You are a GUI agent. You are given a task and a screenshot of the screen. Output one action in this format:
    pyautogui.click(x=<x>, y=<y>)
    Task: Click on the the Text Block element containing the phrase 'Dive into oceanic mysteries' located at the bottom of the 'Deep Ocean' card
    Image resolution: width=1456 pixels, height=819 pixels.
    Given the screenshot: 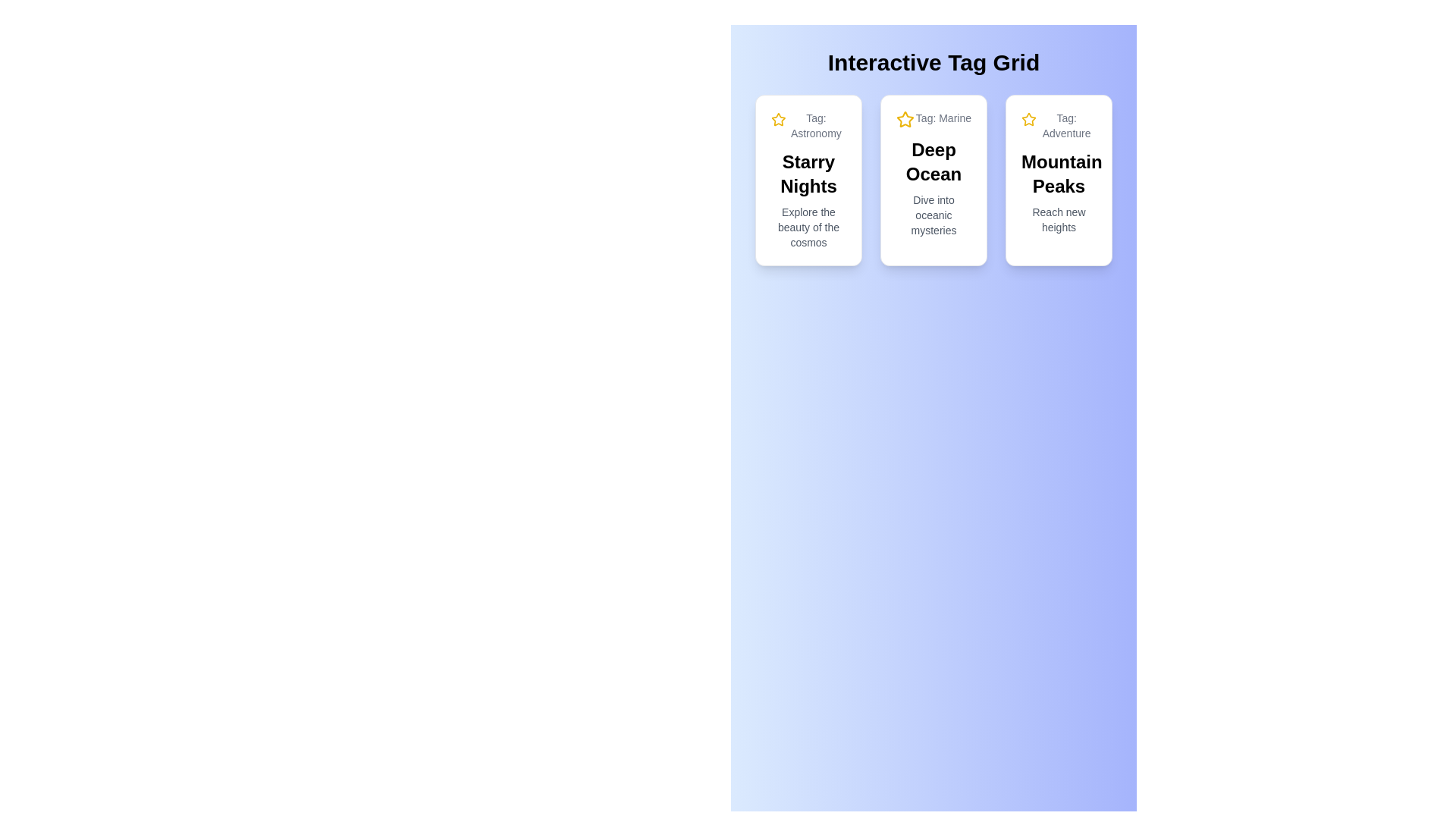 What is the action you would take?
    pyautogui.click(x=933, y=215)
    